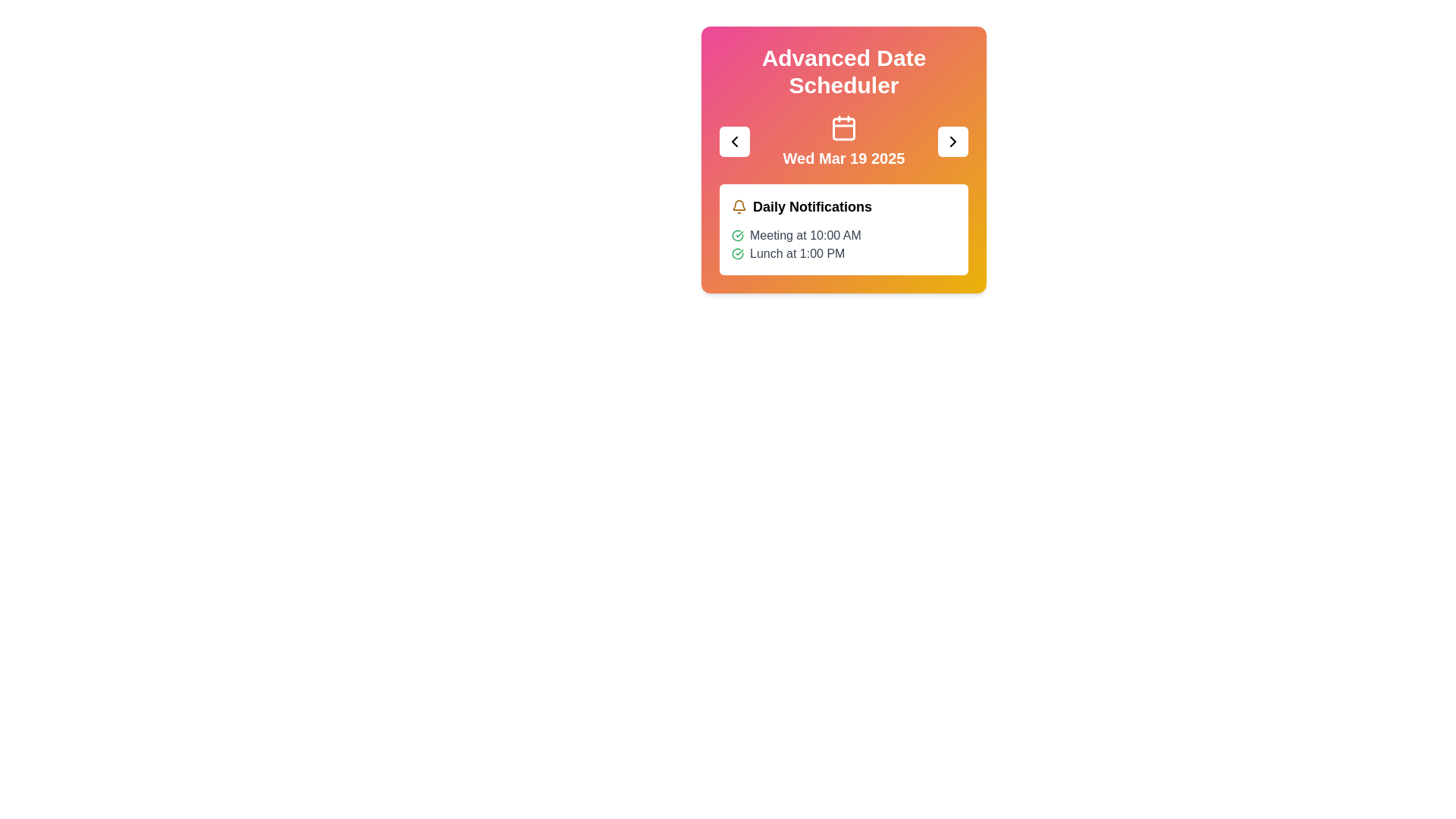 The image size is (1456, 819). Describe the element at coordinates (843, 236) in the screenshot. I see `text item displaying 'Meeting at 10:00 AM', which is preceded by a green checkmark icon and is the first item in the 'Daily Notifications' section` at that location.